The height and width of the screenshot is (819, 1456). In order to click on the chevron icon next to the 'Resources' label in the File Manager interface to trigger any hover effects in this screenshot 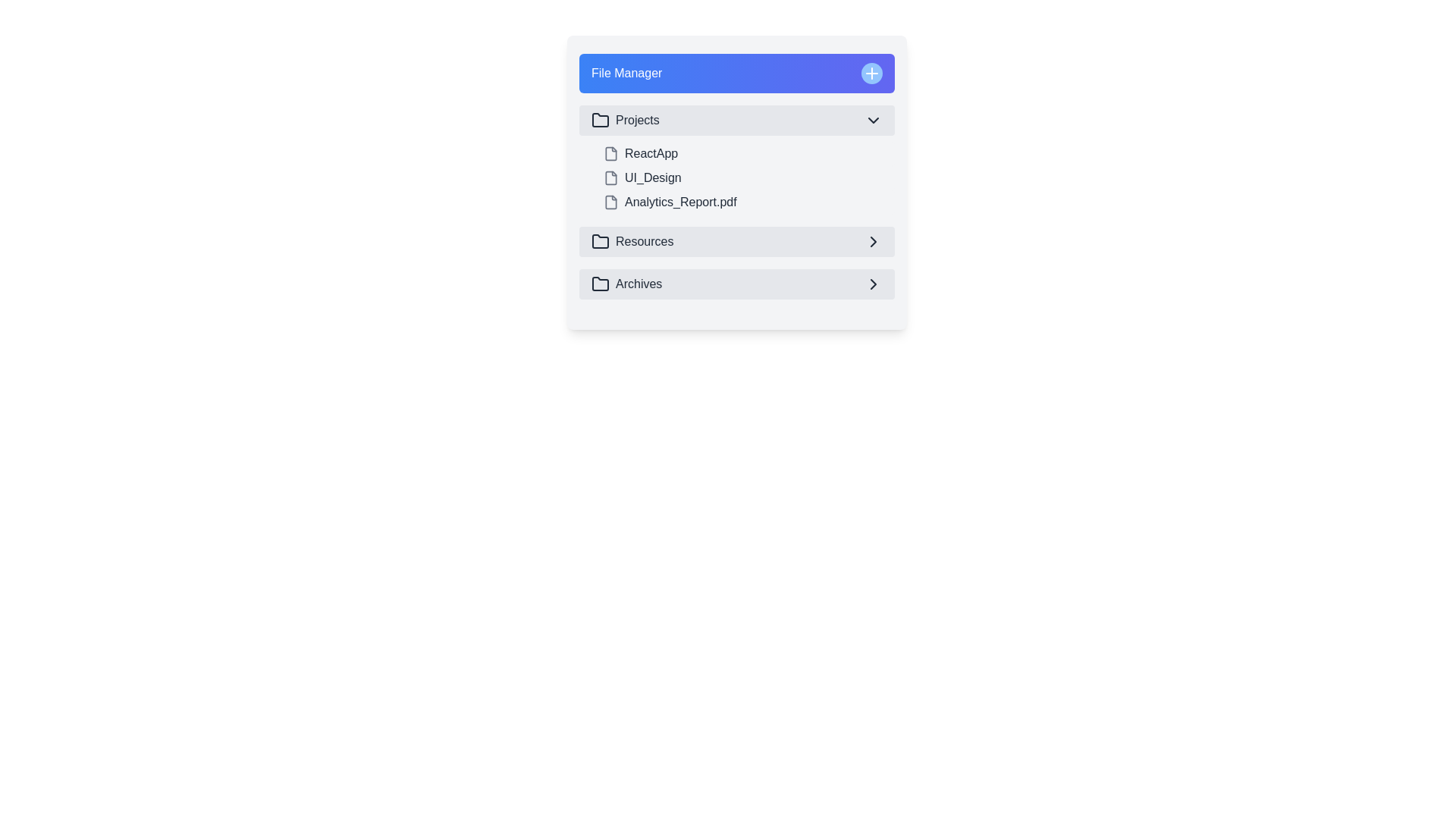, I will do `click(874, 241)`.